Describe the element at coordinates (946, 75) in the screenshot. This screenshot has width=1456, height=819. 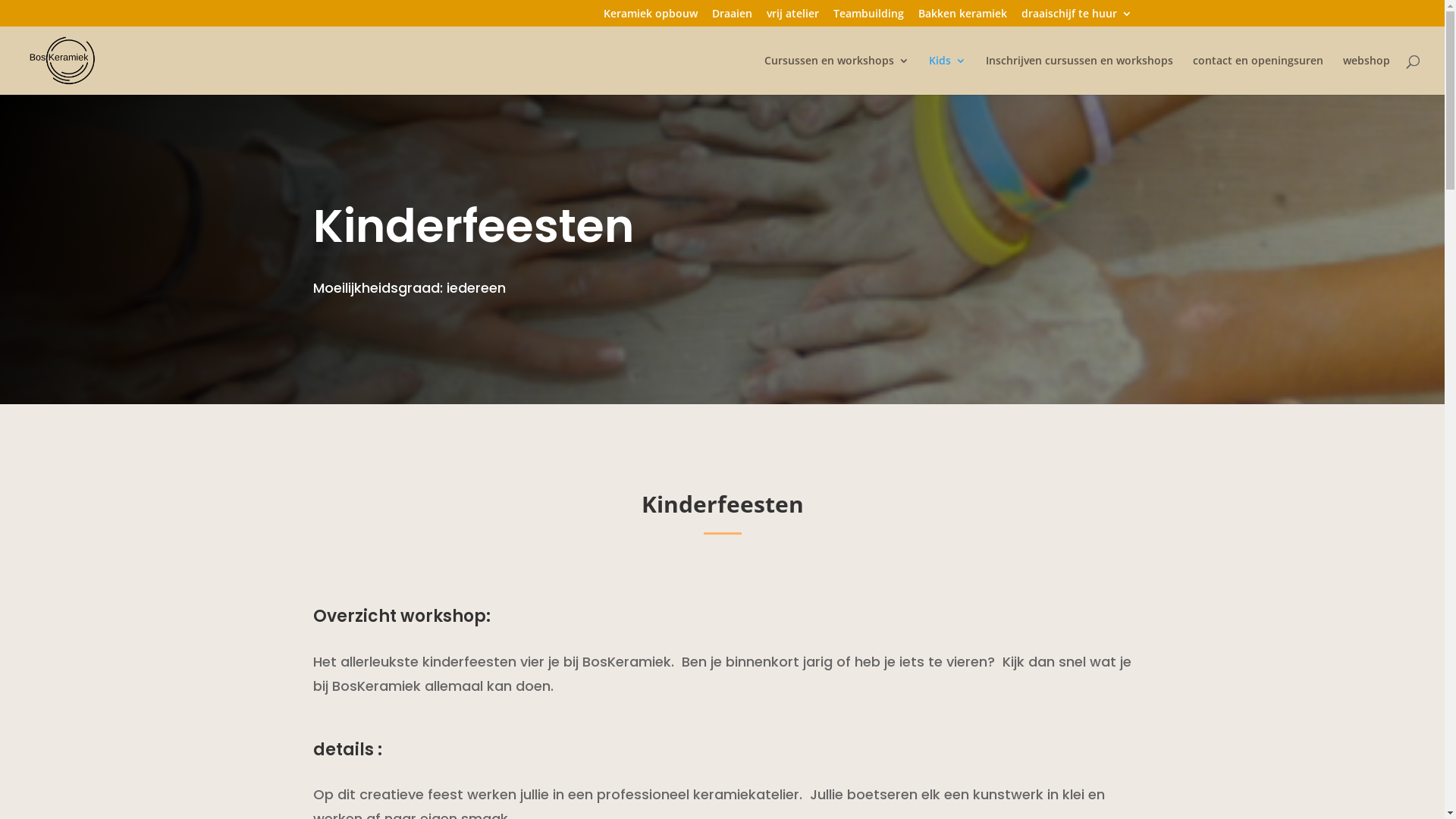
I see `'Kids'` at that location.